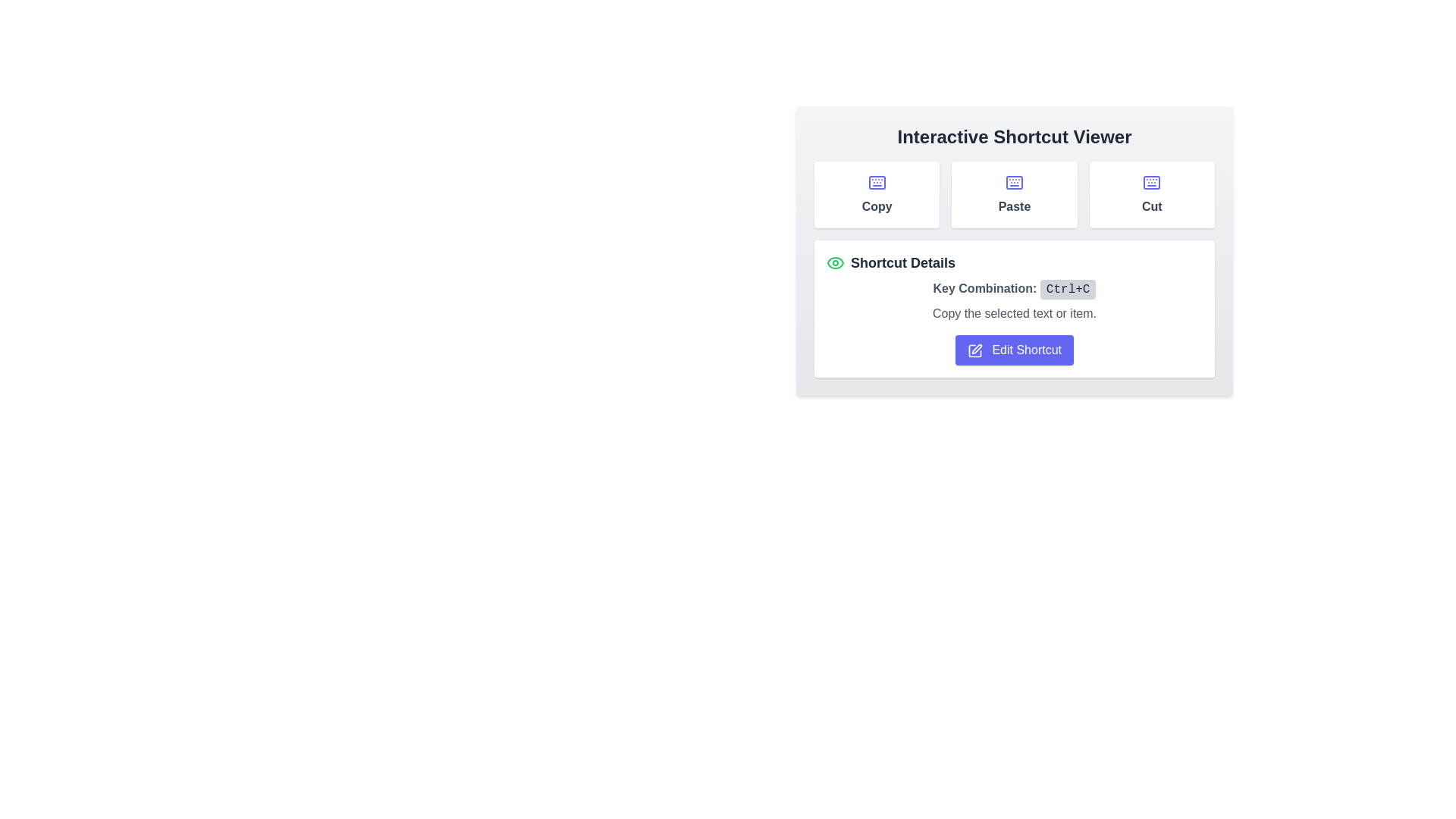 The image size is (1456, 819). What do you see at coordinates (1152, 207) in the screenshot?
I see `the 'Cut' text label, which is styled in bold dark gray and located within a white card segment as the third item in a horizontal list of options` at bounding box center [1152, 207].